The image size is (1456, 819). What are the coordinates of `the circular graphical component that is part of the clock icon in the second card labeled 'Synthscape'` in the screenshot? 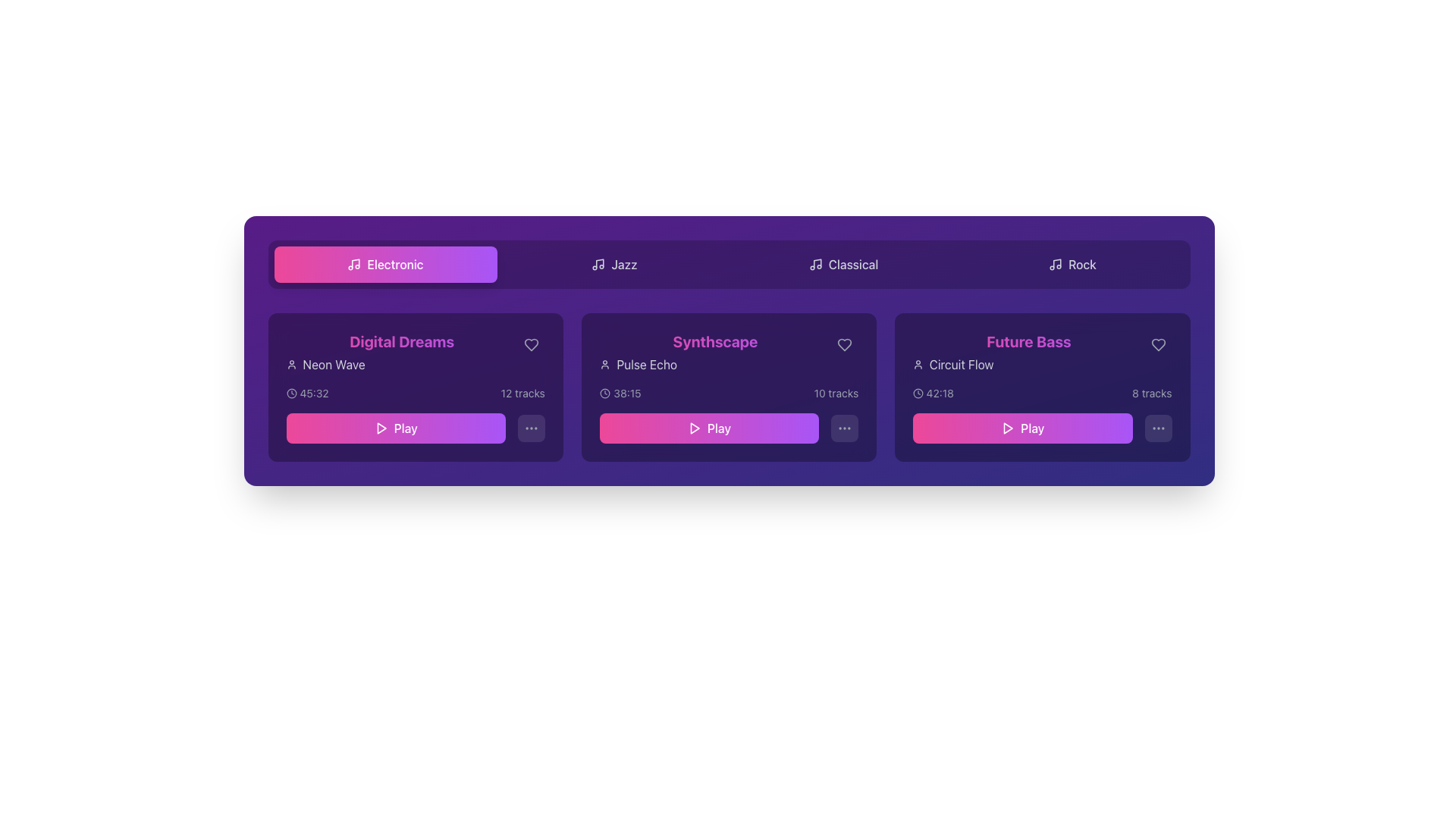 It's located at (604, 393).